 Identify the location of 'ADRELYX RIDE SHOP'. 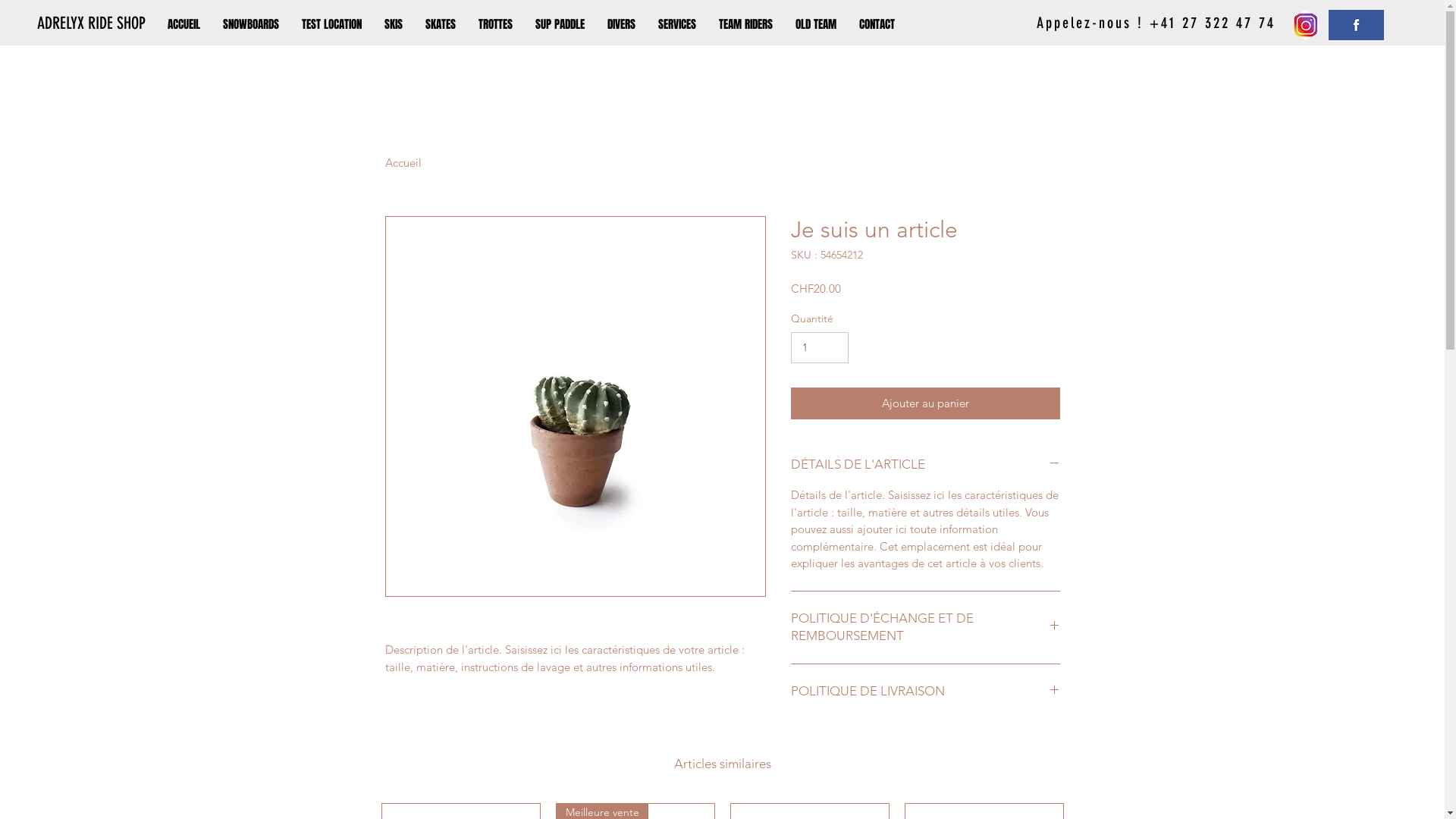
(90, 23).